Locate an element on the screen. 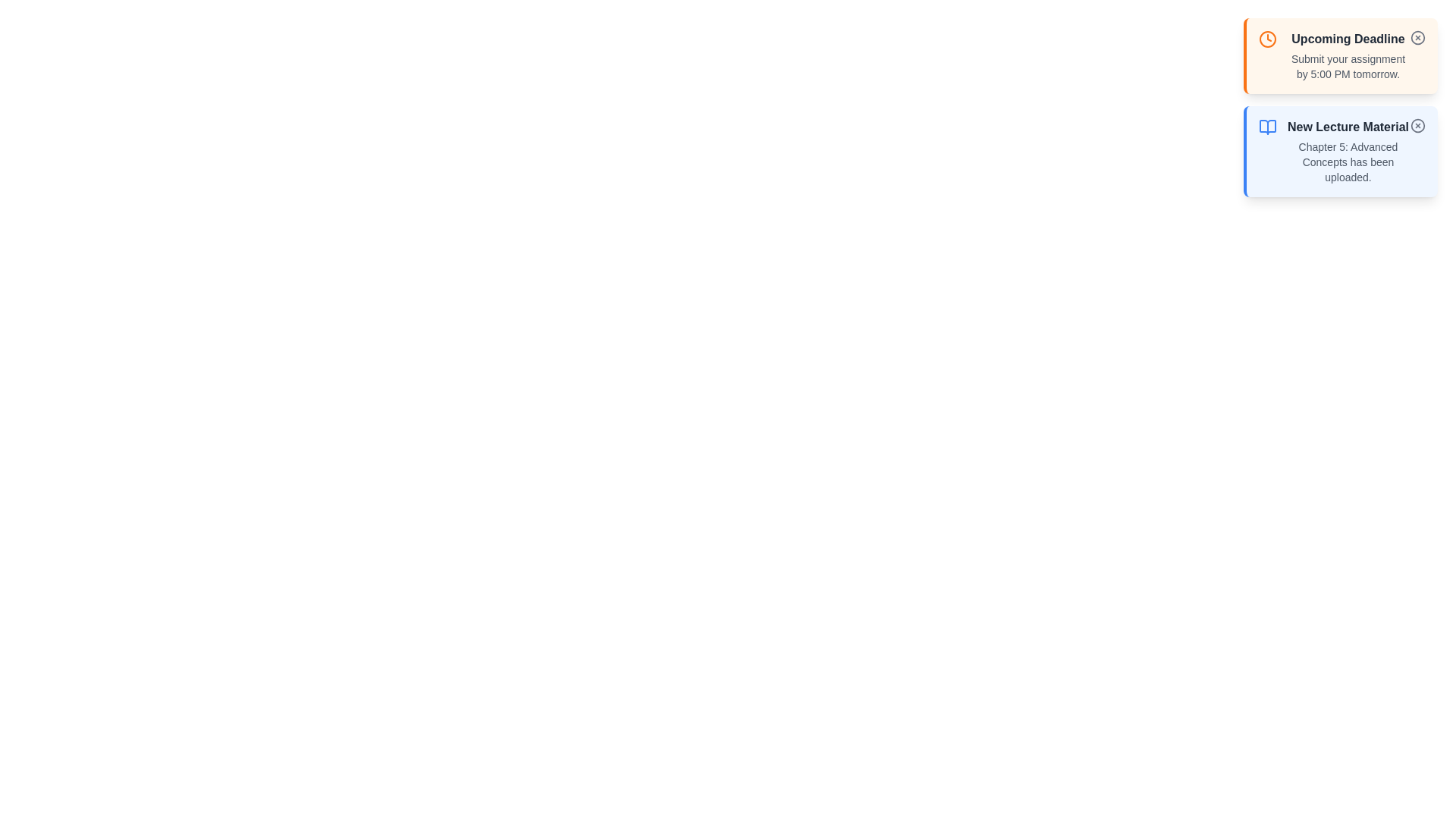 The image size is (1456, 819). close button of the notification to dismiss it is located at coordinates (1417, 37).